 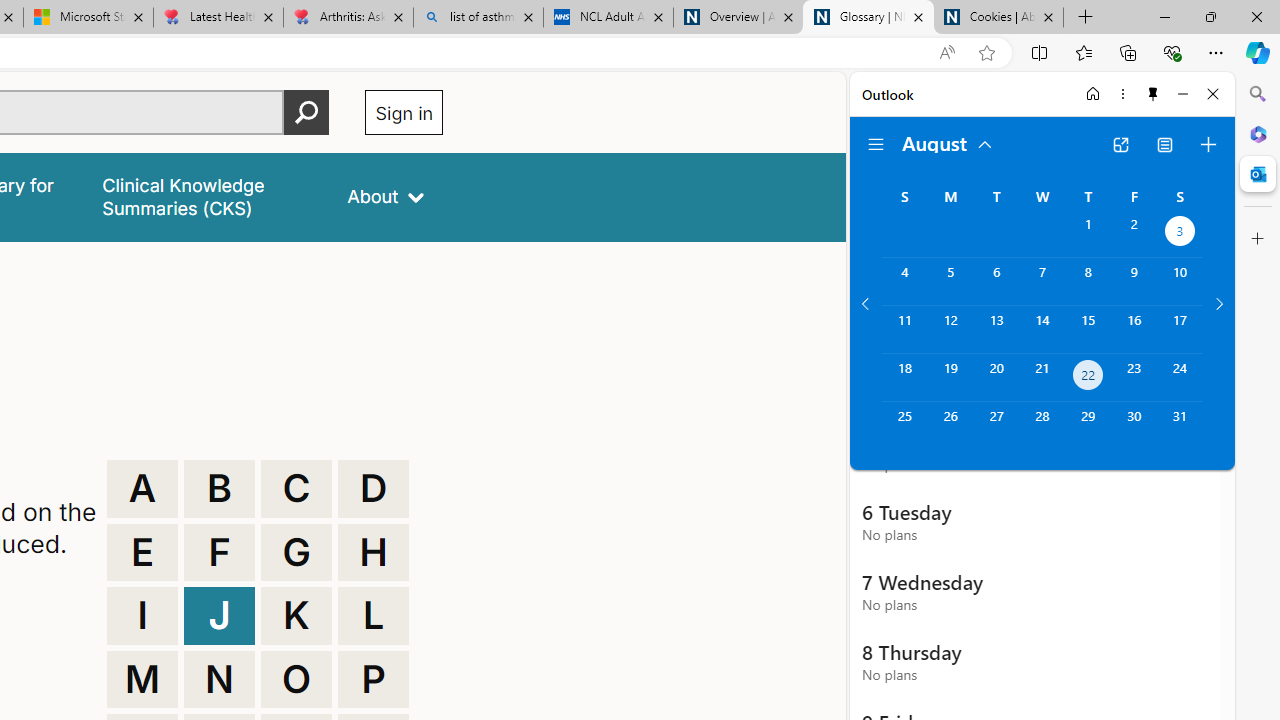 What do you see at coordinates (403, 112) in the screenshot?
I see `'Sign in'` at bounding box center [403, 112].